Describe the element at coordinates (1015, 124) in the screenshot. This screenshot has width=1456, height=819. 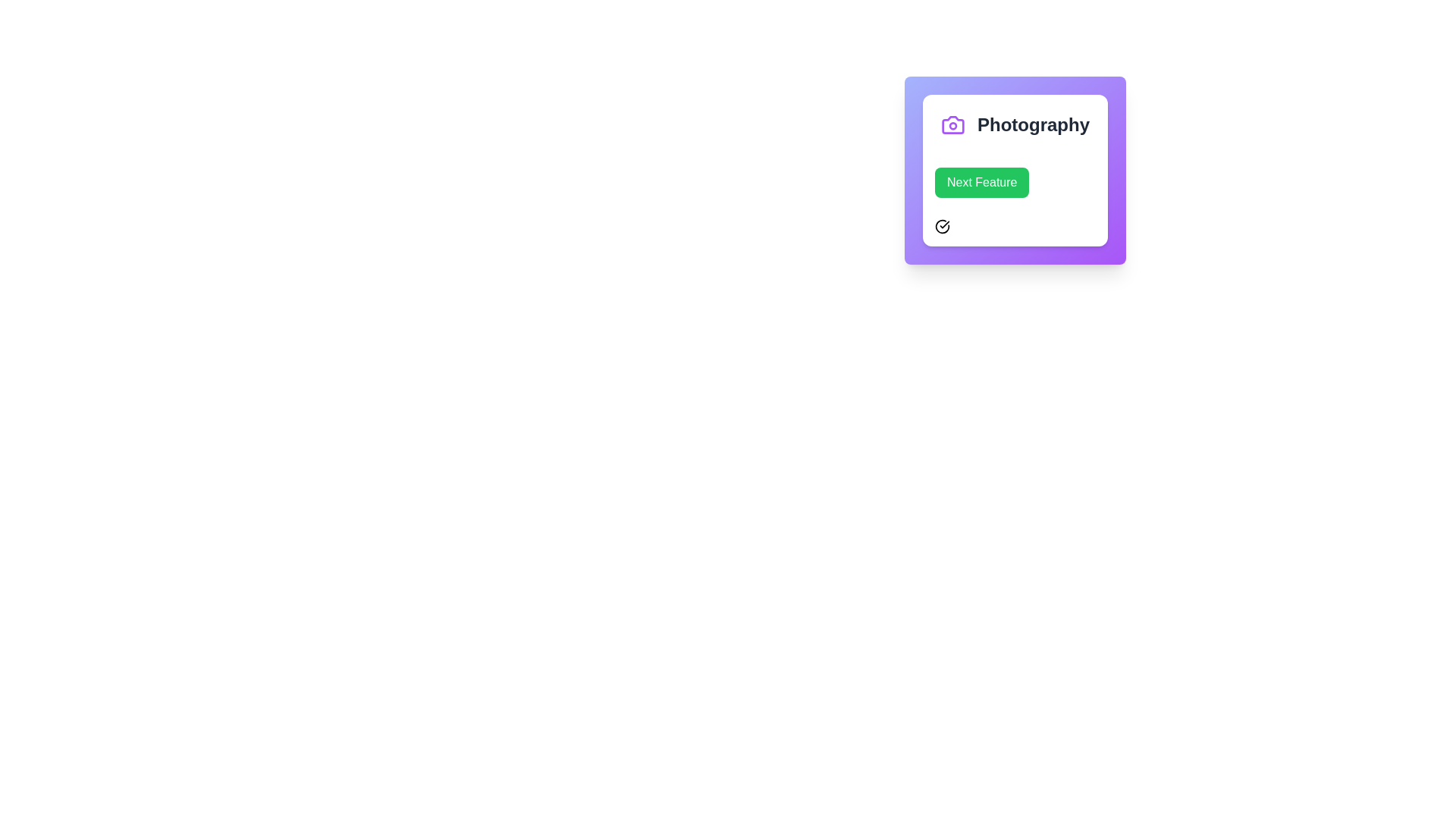
I see `the 'Photography' label with an icon, which serves as a heading for the section and is positioned centrally at the top of the card-like layout` at that location.